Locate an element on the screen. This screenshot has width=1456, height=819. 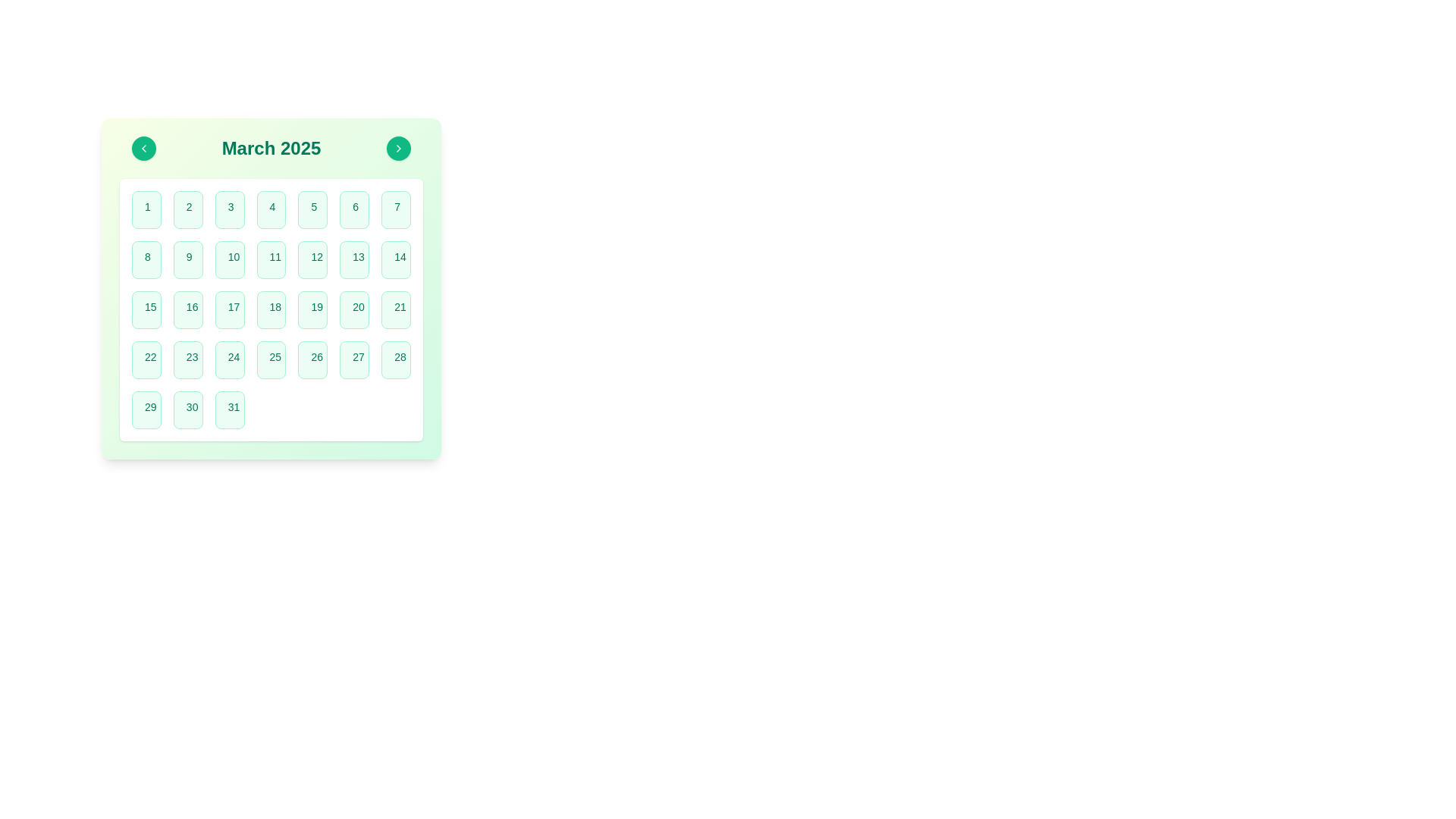
the static text representing the date in the calendar grid located at the 15th position in the 3rd row, 1st column, which is directly below '8' and above '22' is located at coordinates (146, 309).